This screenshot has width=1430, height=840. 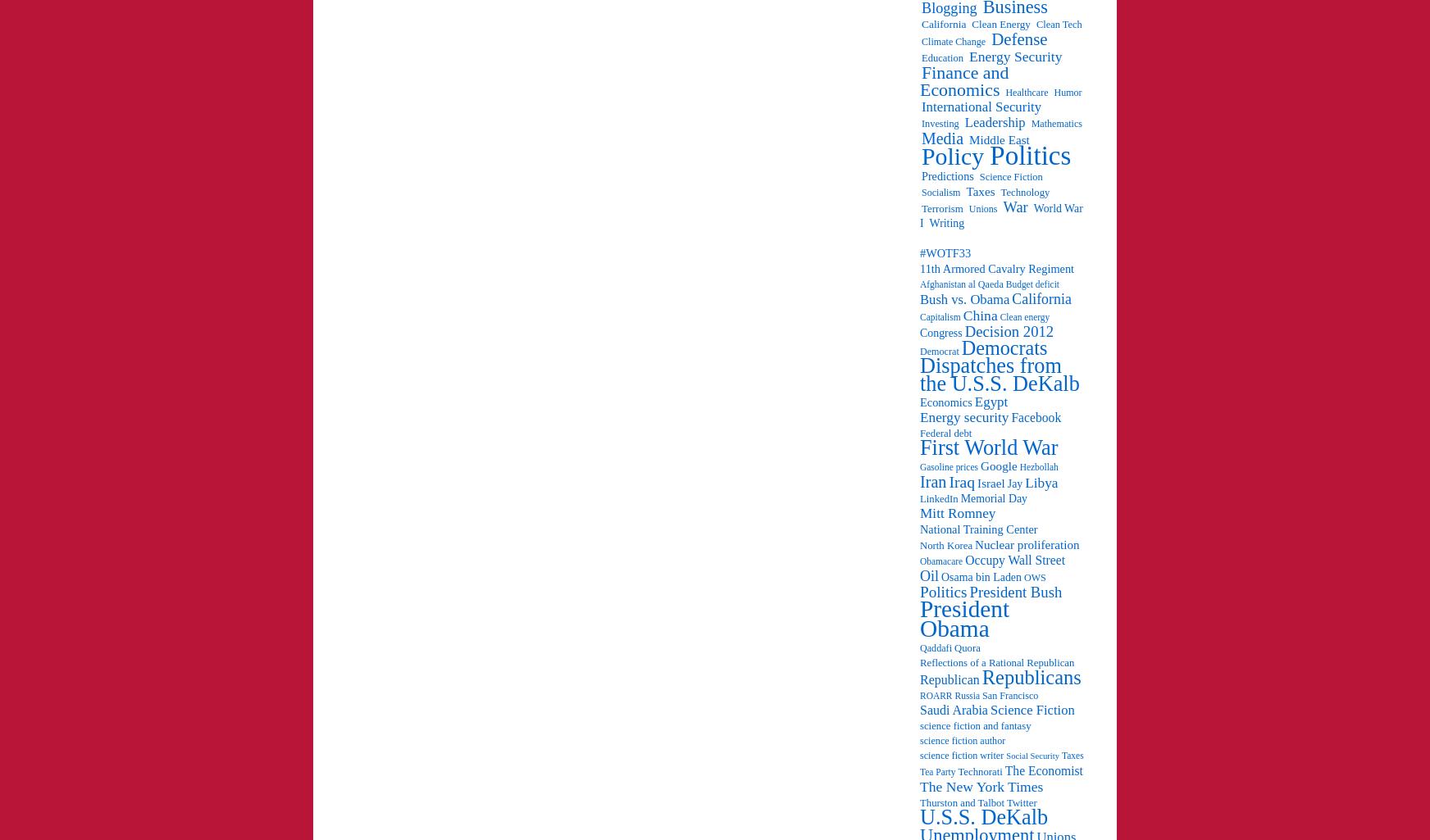 I want to click on 'Predictions', so click(x=946, y=176).